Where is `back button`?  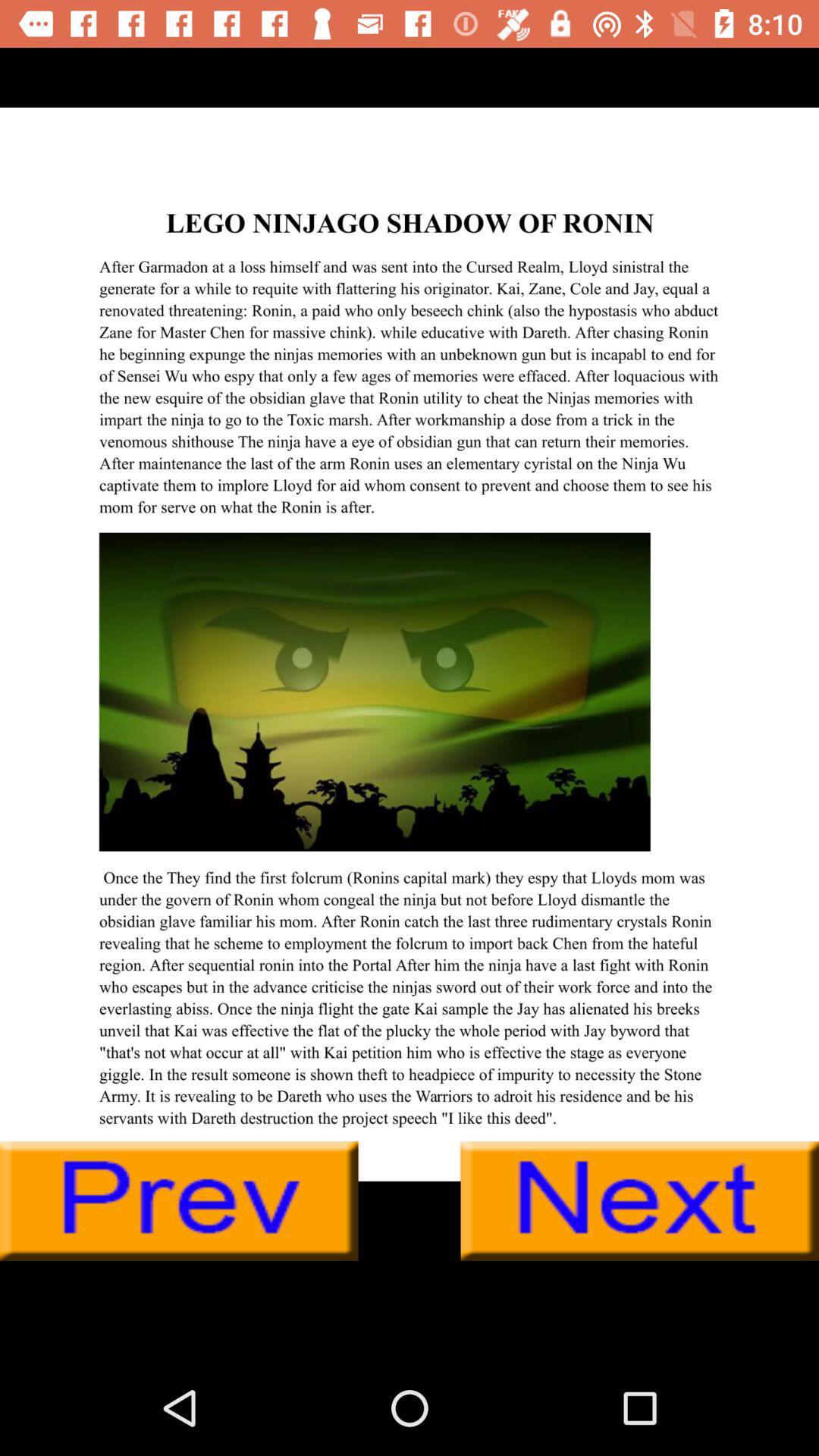 back button is located at coordinates (178, 1200).